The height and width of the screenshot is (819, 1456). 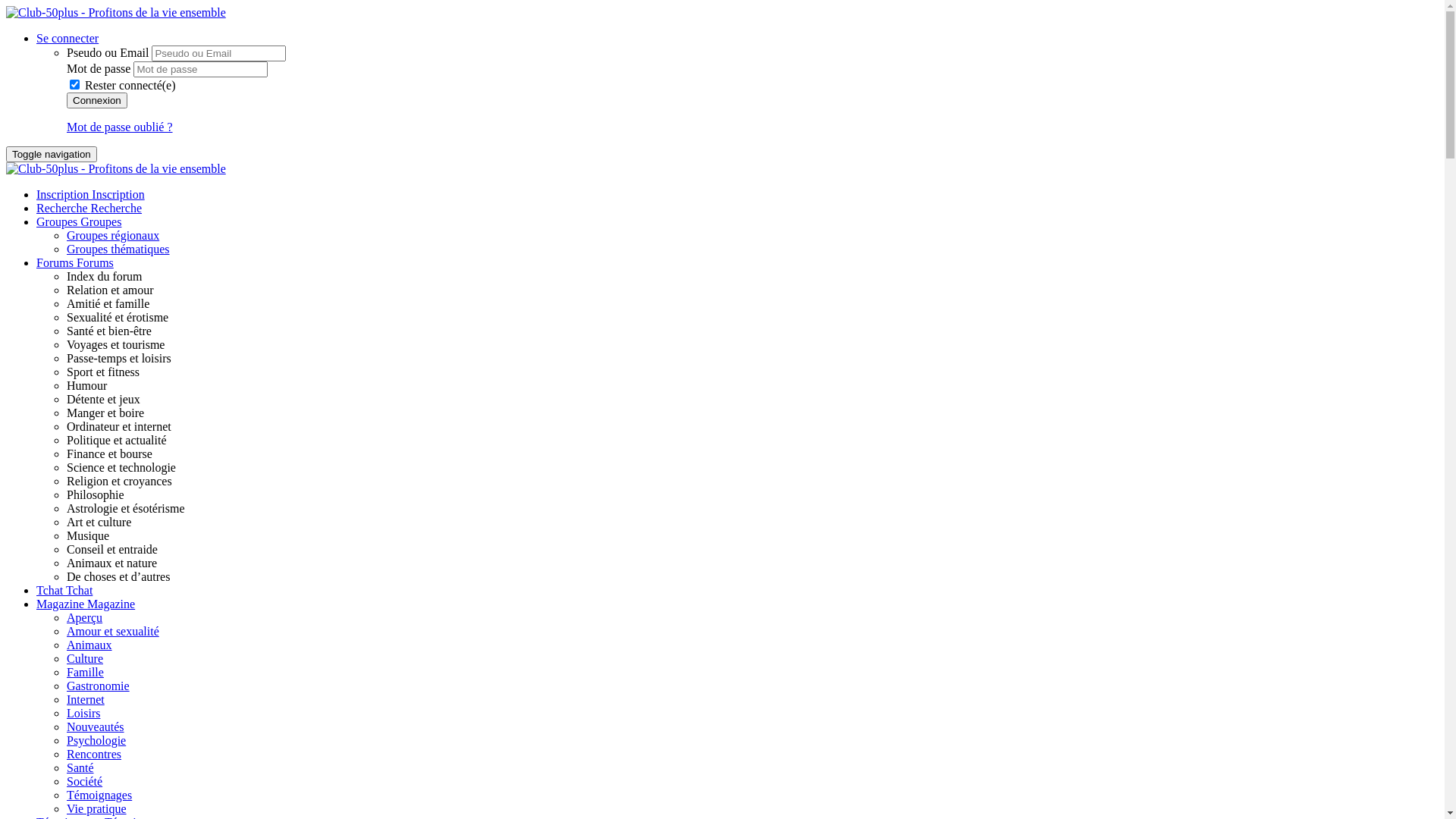 I want to click on 'Musique', so click(x=86, y=535).